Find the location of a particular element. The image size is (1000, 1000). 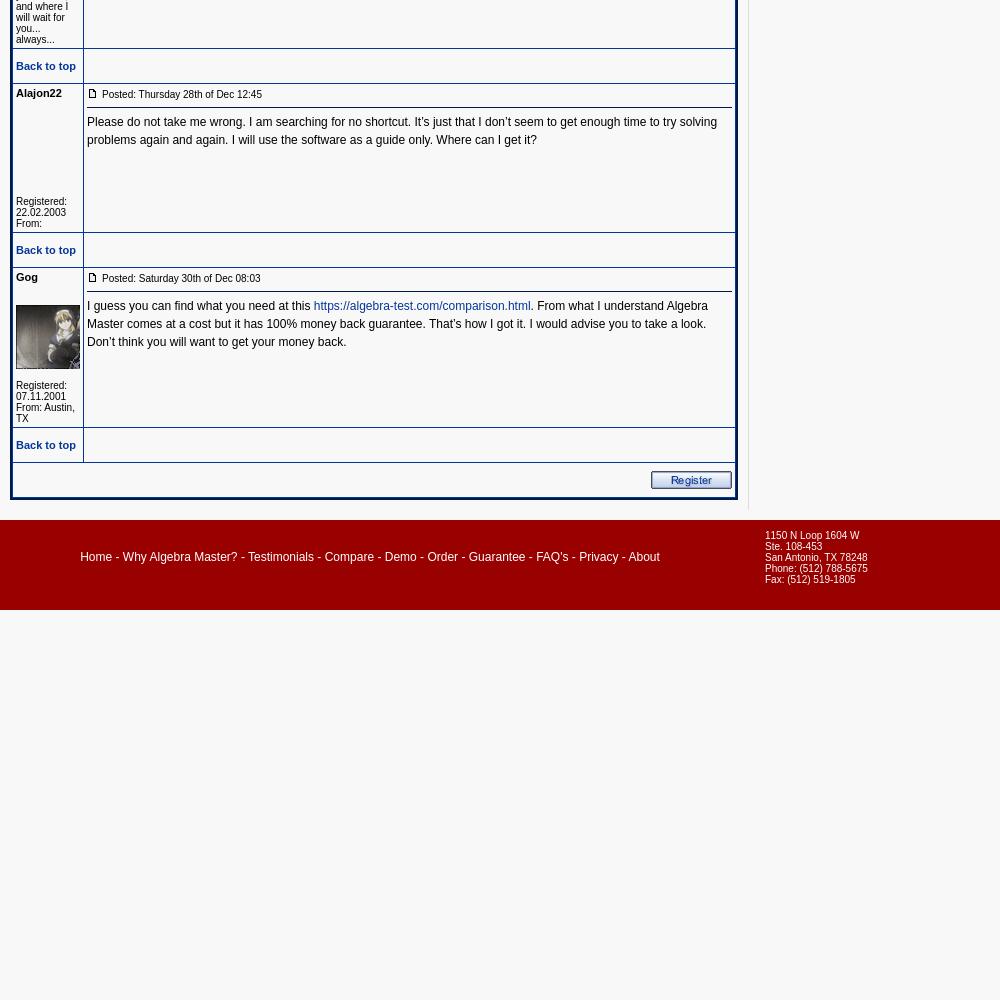

'Ste. 108-453' is located at coordinates (793, 546).